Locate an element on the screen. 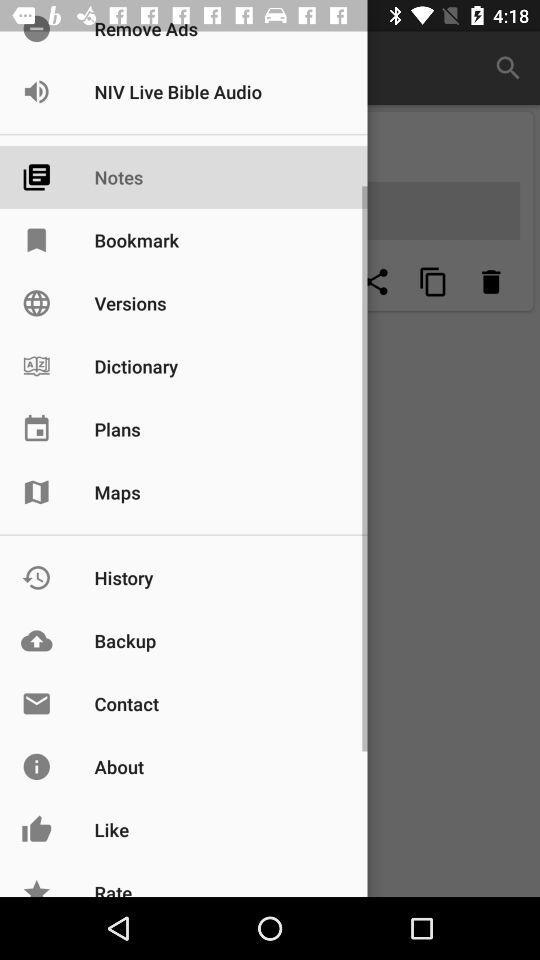 The width and height of the screenshot is (540, 960). new tape is located at coordinates (318, 281).